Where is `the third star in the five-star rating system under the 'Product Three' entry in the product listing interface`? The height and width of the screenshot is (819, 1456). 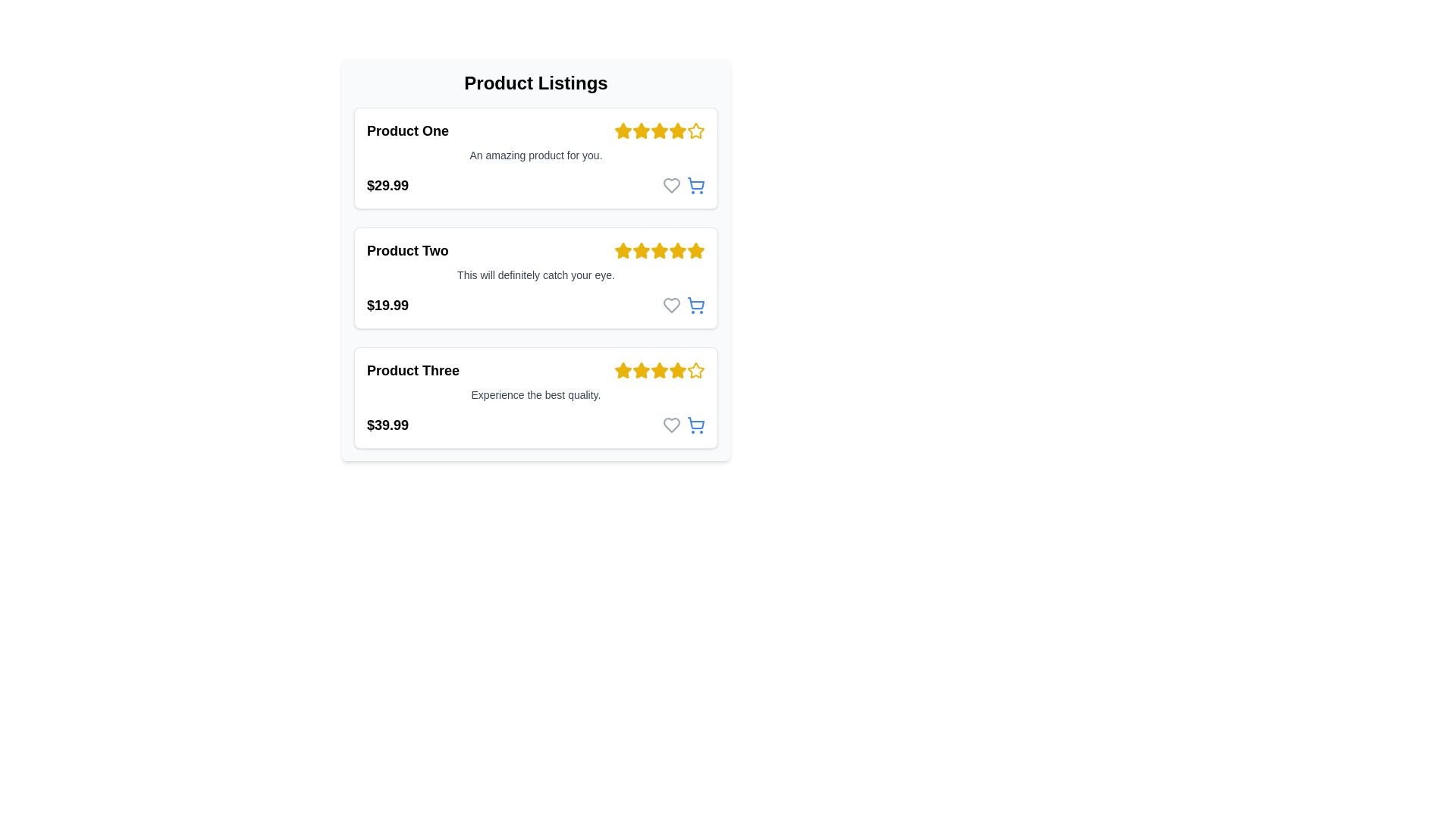
the third star in the five-star rating system under the 'Product Three' entry in the product listing interface is located at coordinates (641, 370).